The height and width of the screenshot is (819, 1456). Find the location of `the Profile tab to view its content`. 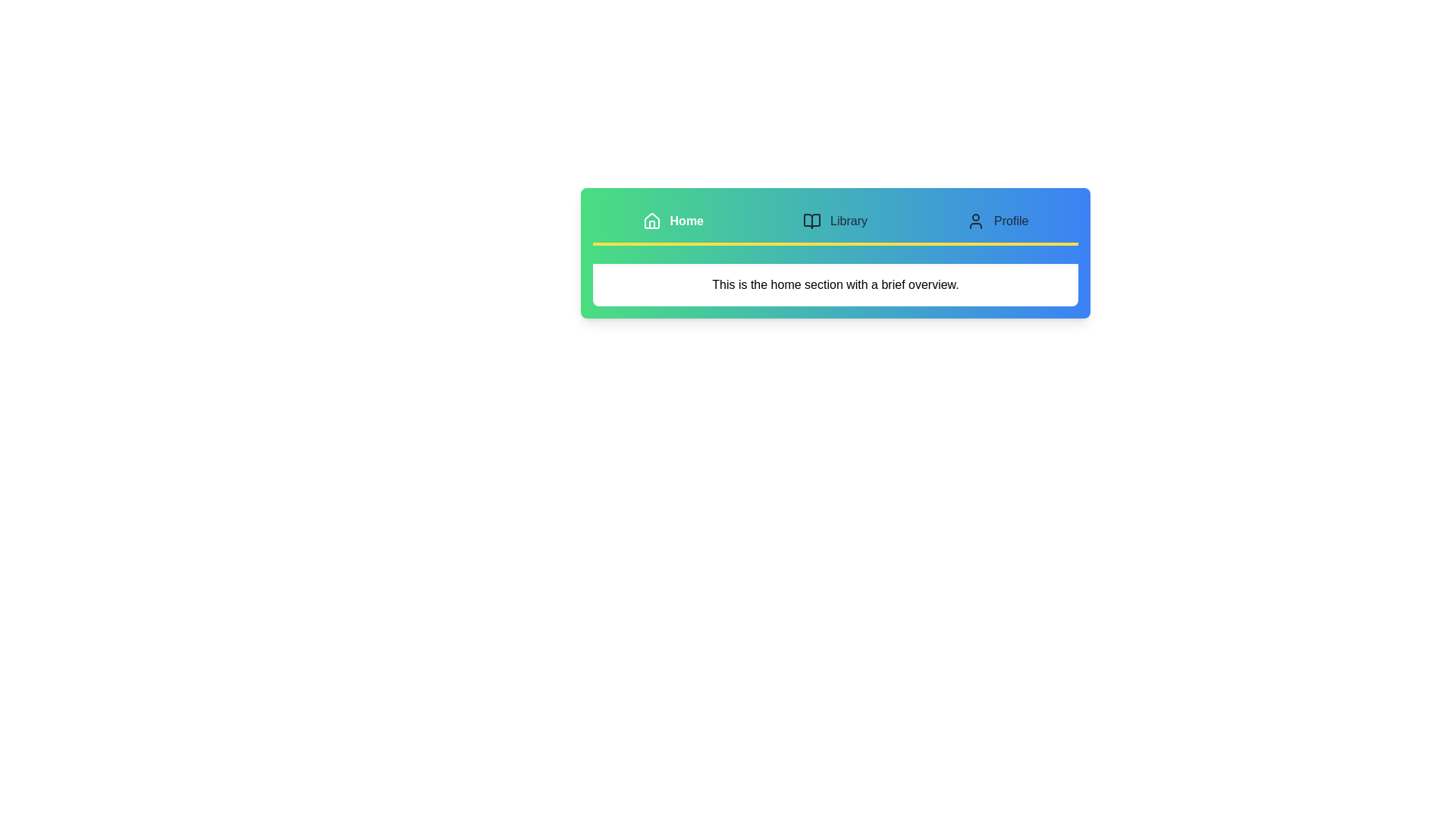

the Profile tab to view its content is located at coordinates (997, 221).